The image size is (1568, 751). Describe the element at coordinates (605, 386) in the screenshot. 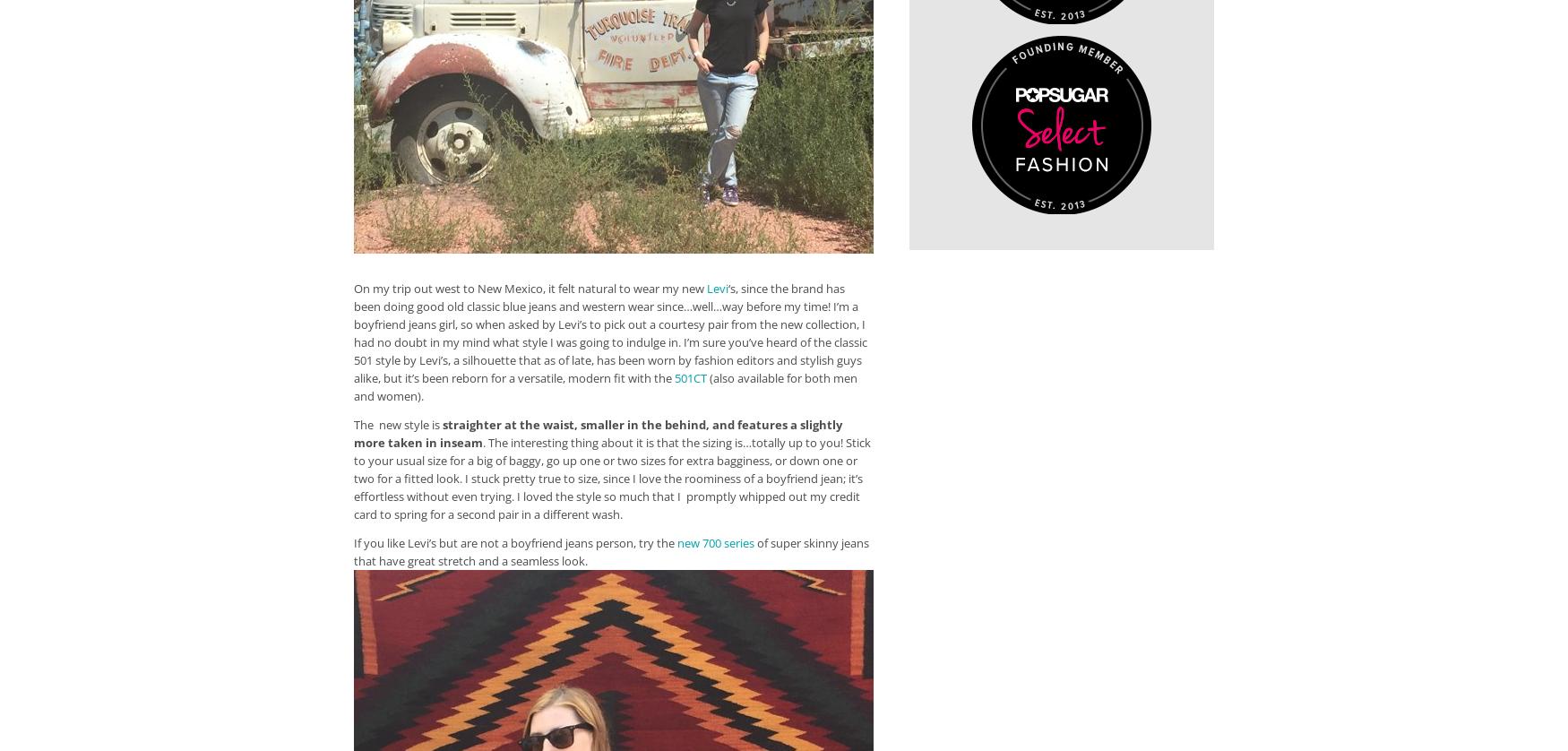

I see `'(also available for both men and women).'` at that location.